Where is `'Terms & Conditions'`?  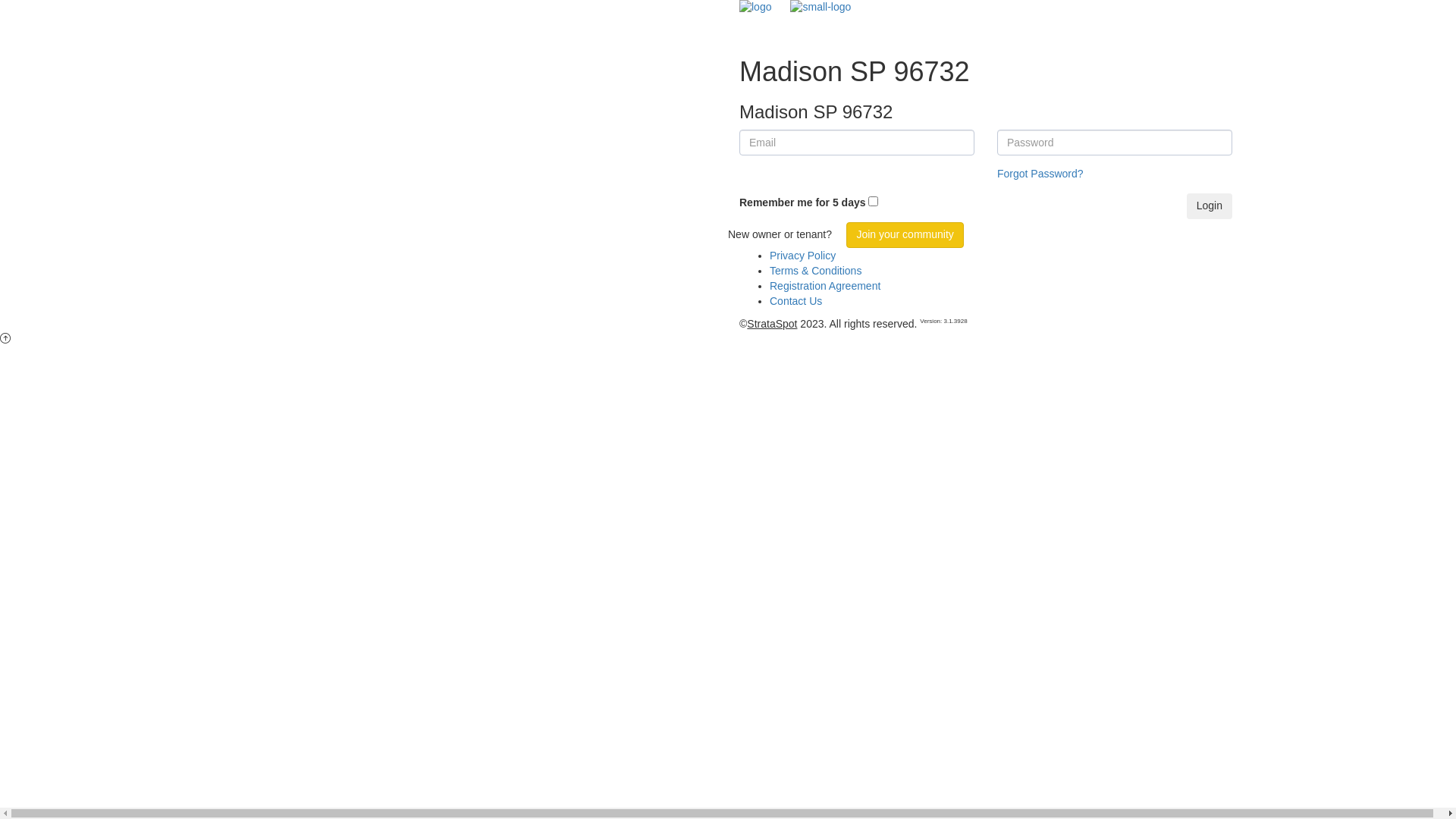 'Terms & Conditions' is located at coordinates (814, 270).